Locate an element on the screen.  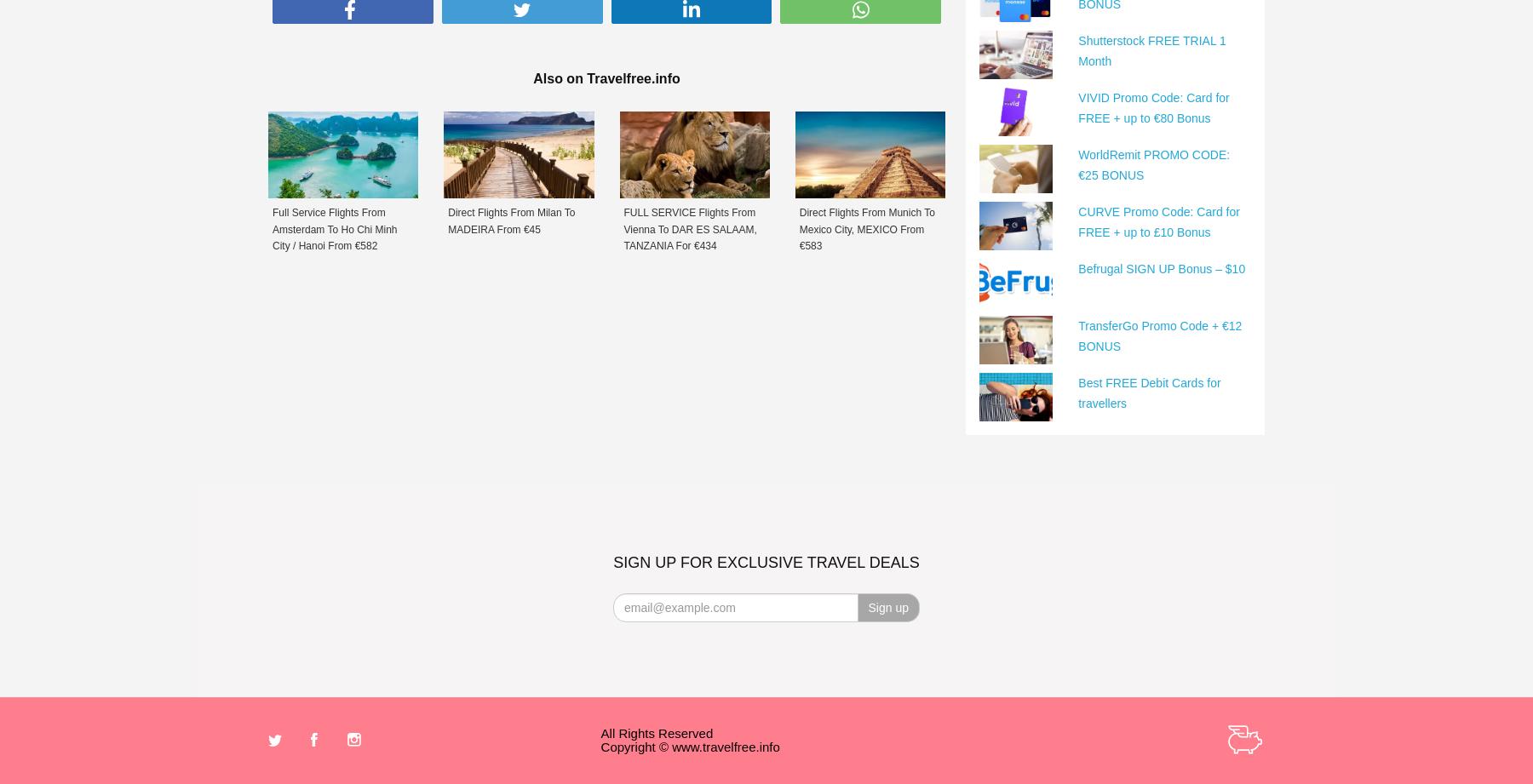
'Direct flights from Milan to MADEIRA from €45' is located at coordinates (511, 220).